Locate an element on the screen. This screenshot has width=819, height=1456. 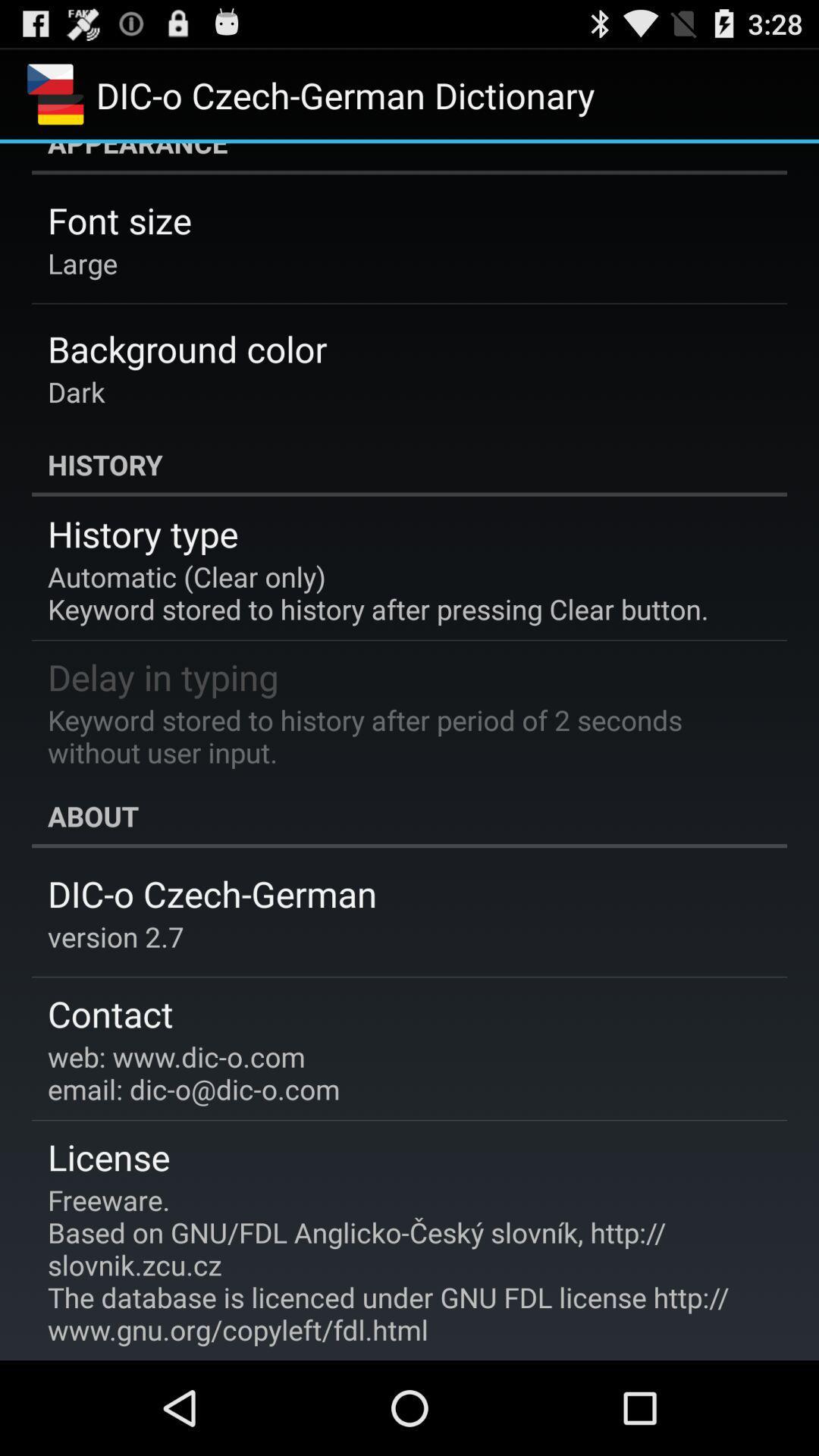
dark app is located at coordinates (76, 391).